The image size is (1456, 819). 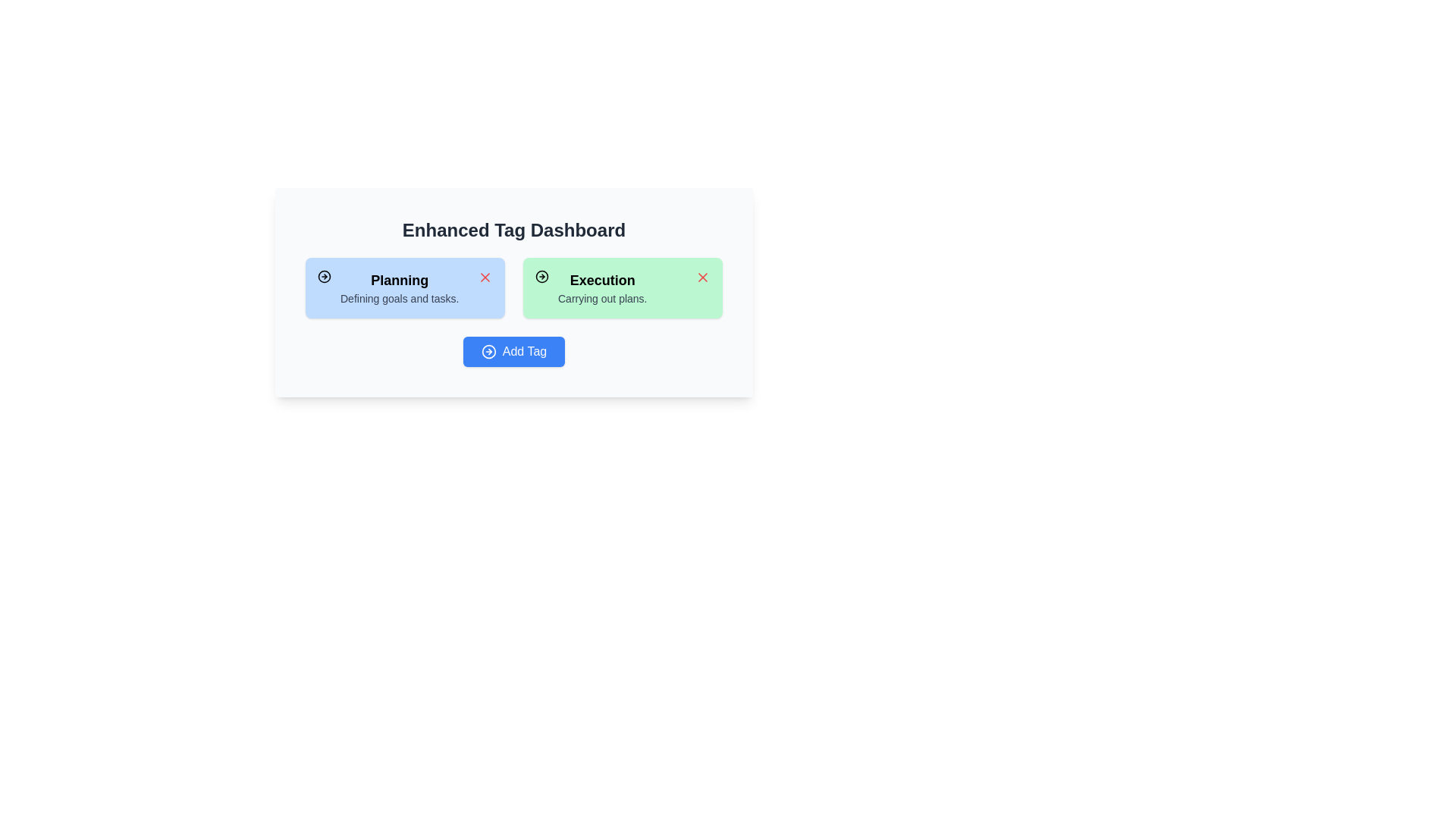 I want to click on the red close (X) icon in the top-right corner of the 'Planning' card, so click(x=484, y=278).